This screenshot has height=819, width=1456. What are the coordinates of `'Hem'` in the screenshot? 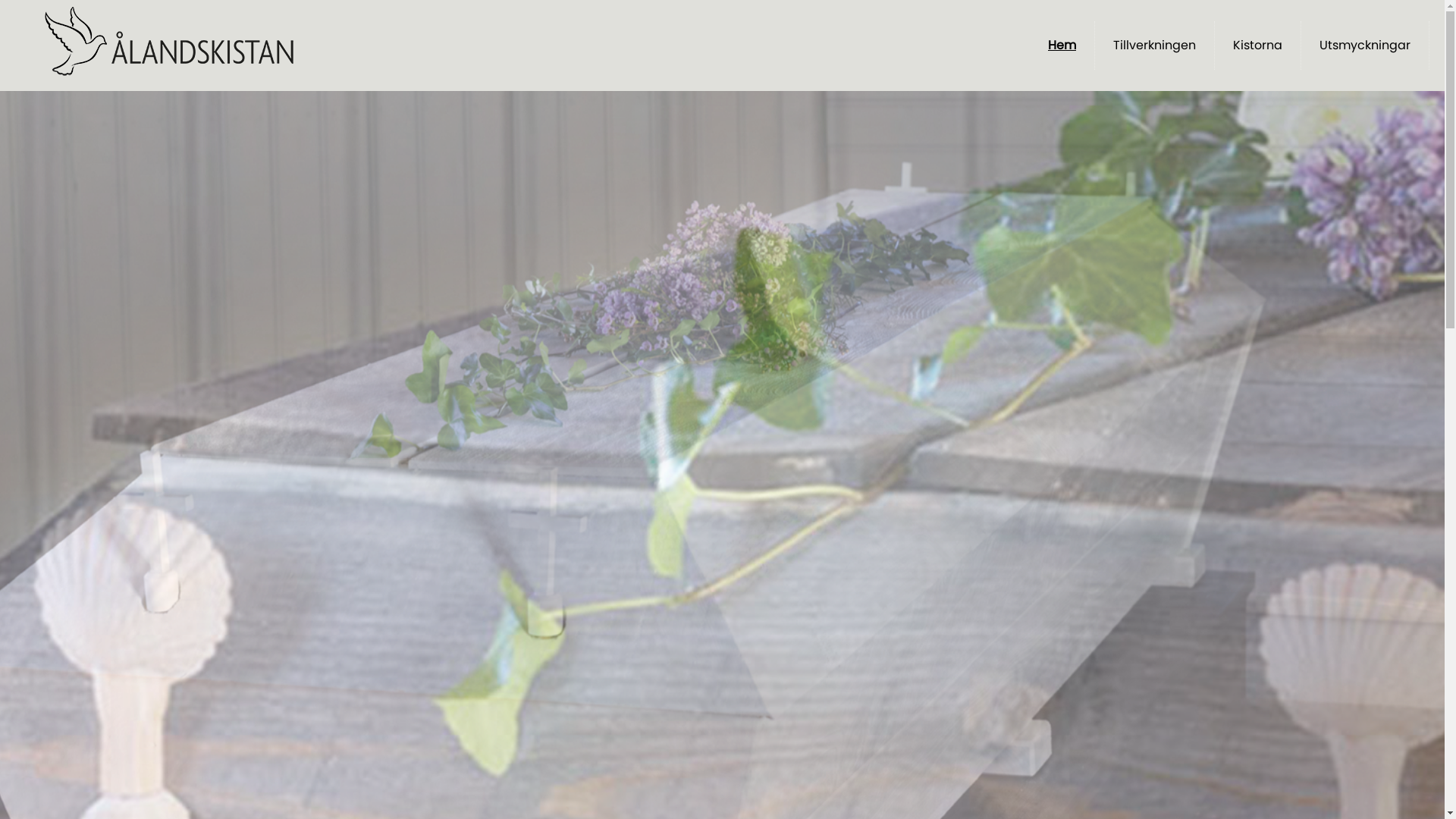 It's located at (1061, 45).